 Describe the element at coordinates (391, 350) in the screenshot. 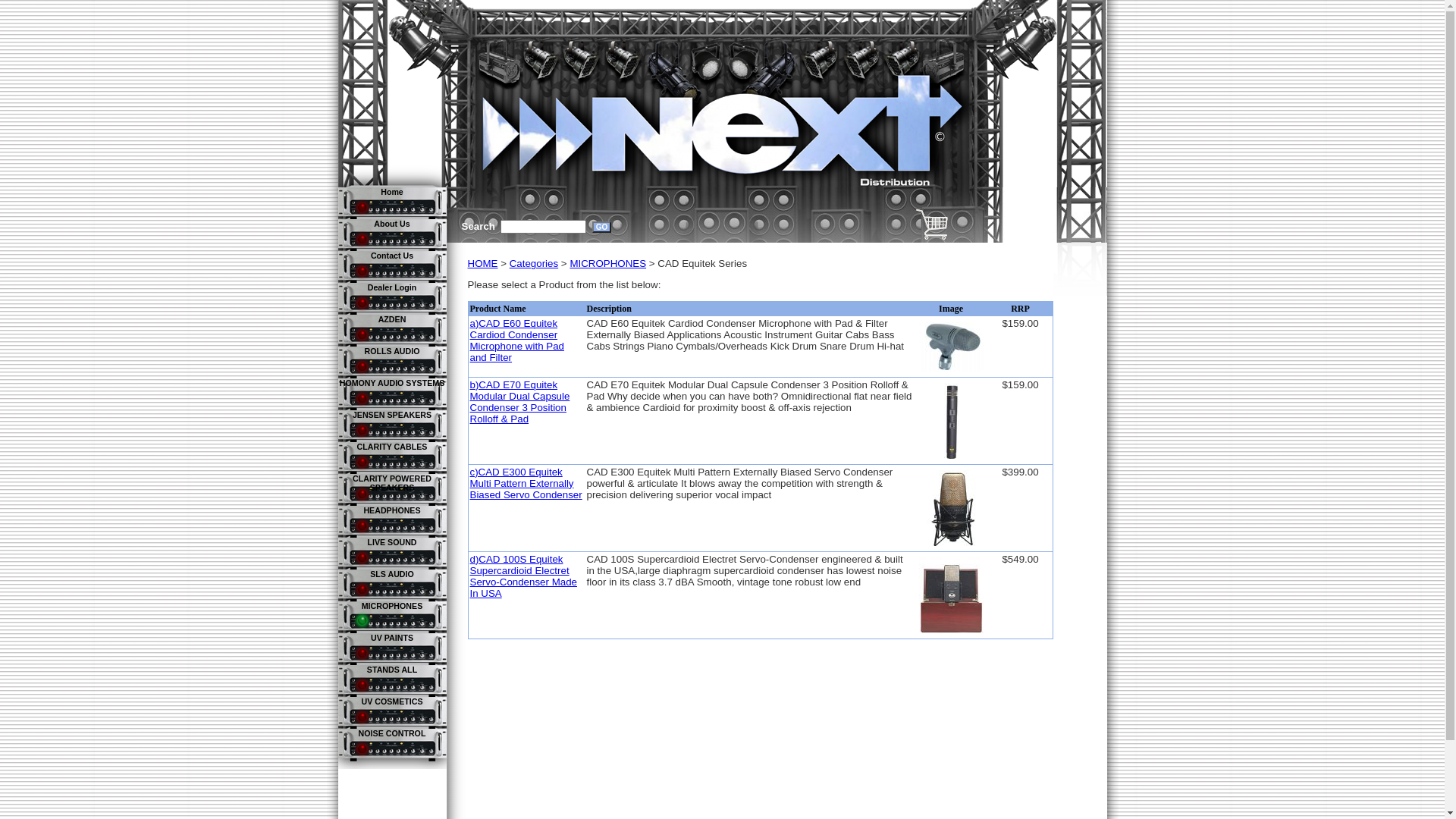

I see `'ROLLS AUDIO'` at that location.